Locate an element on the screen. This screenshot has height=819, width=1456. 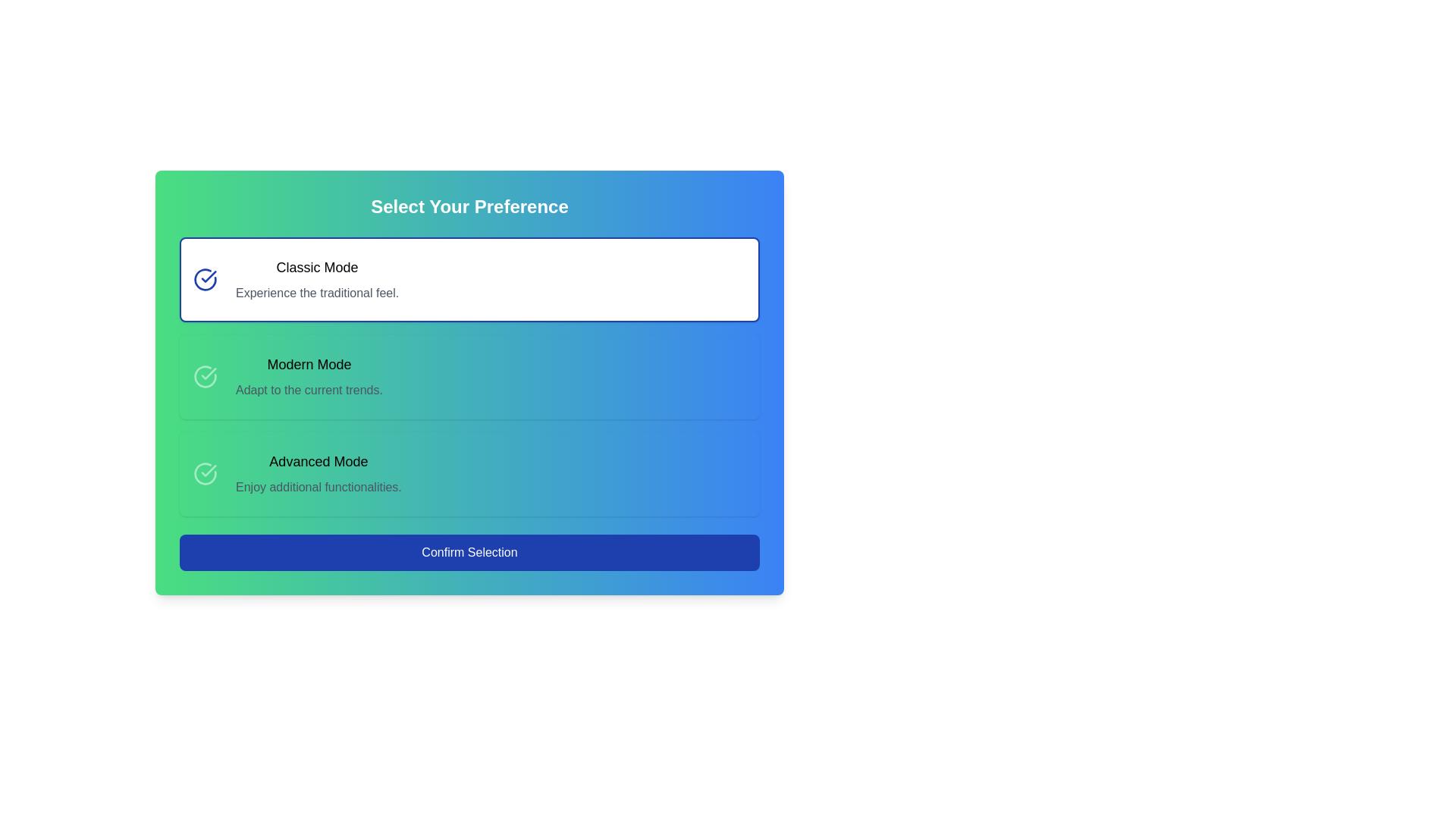
the decorative graphical element within the 'Advanced Mode' section of the SVG icon that features a hollow circular outline with a styled stroke is located at coordinates (204, 472).